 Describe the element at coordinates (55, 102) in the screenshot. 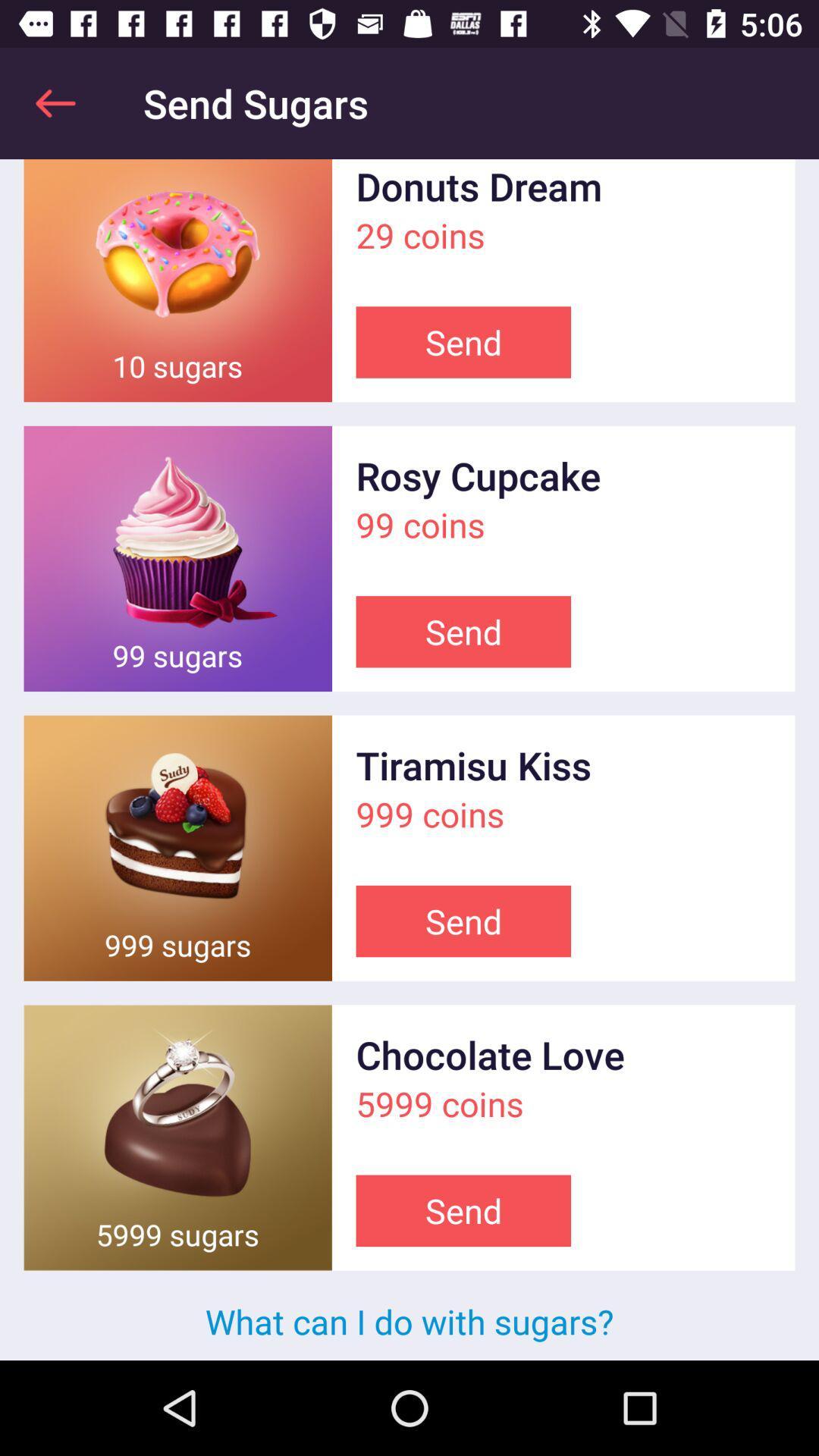

I see `the item to the left of the send sugars app` at that location.